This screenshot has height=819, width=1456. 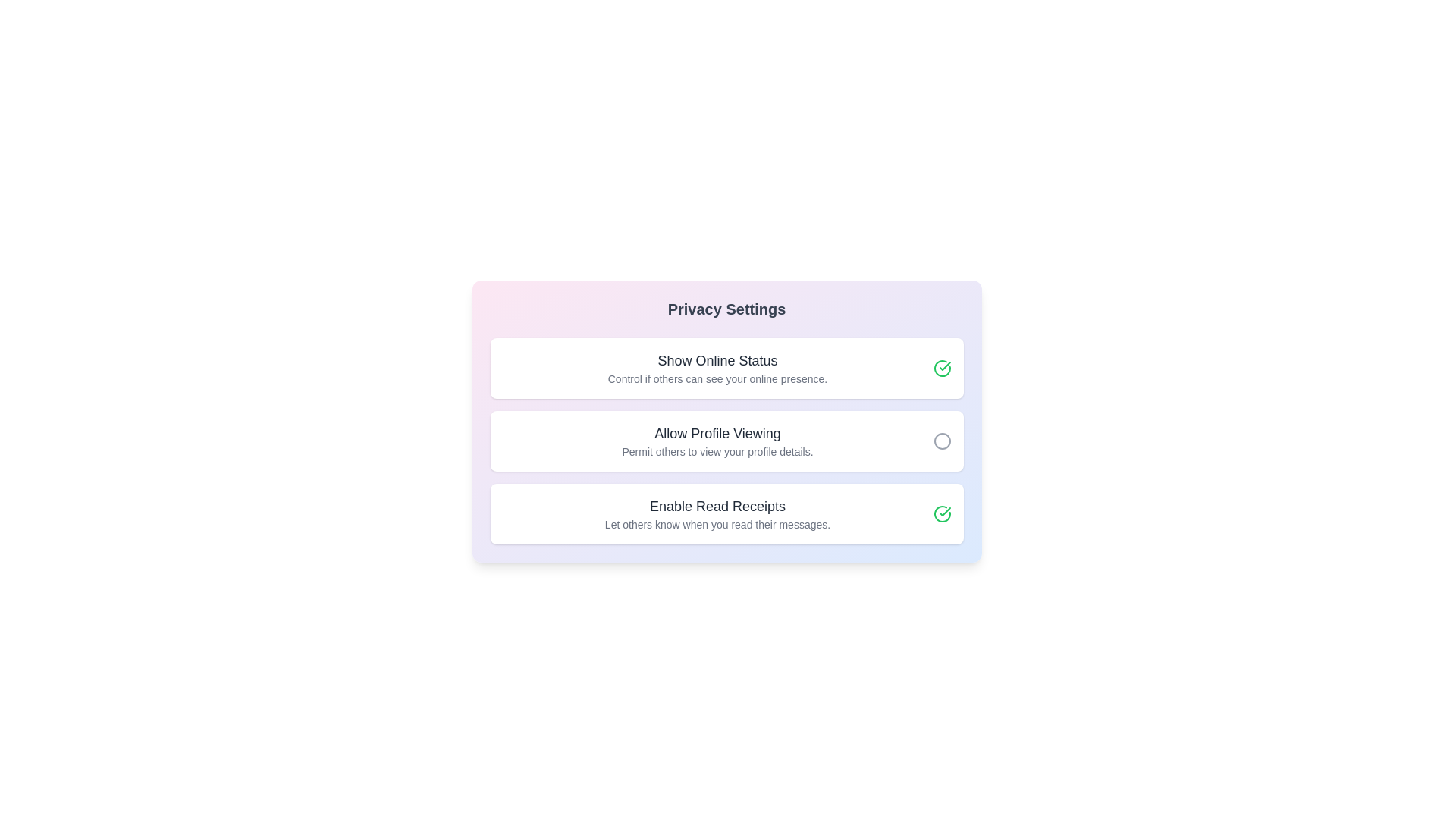 I want to click on the text of the label and description for the option Enable Read Receipts, so click(x=717, y=506).